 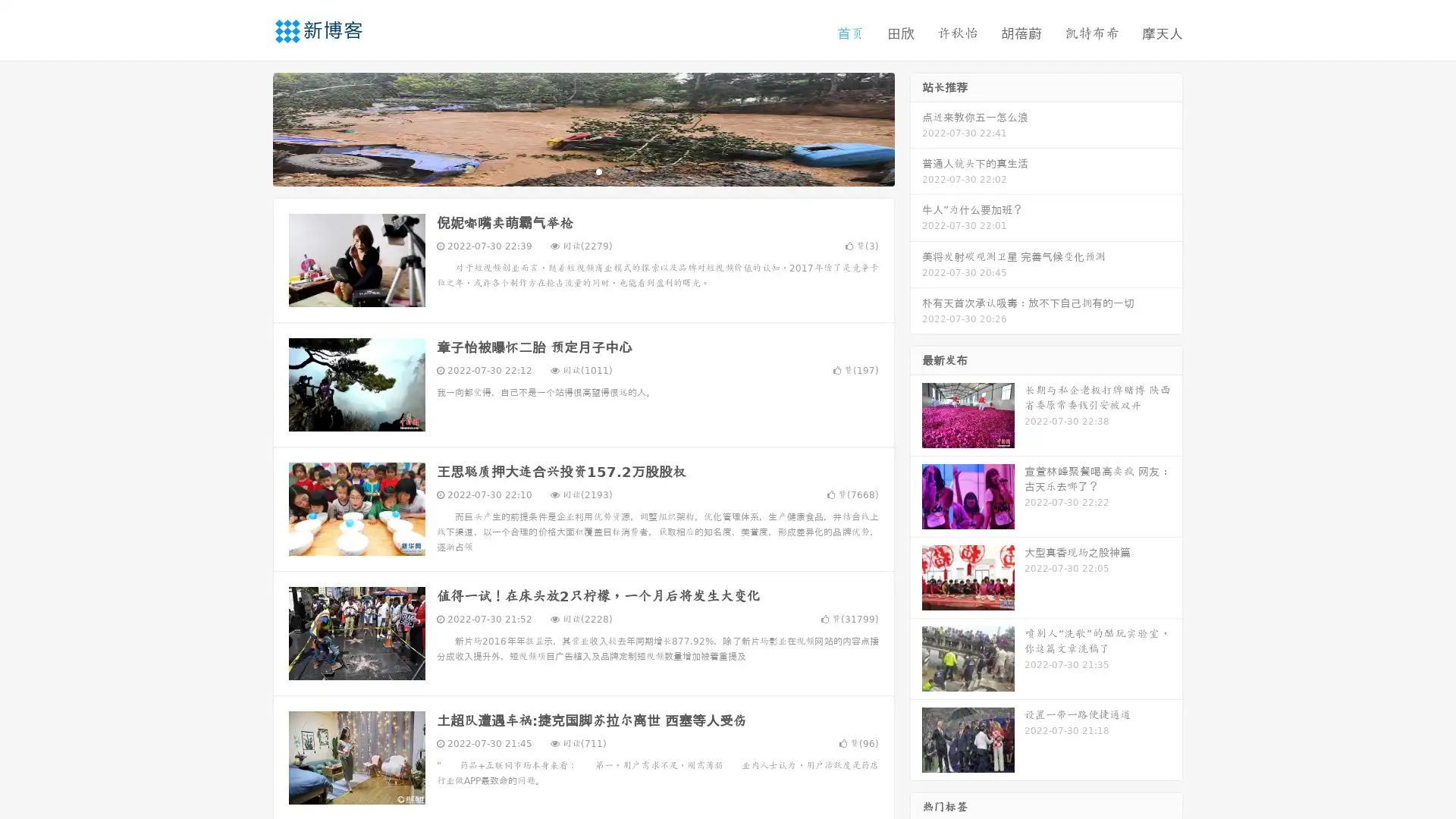 I want to click on Next slide, so click(x=916, y=127).